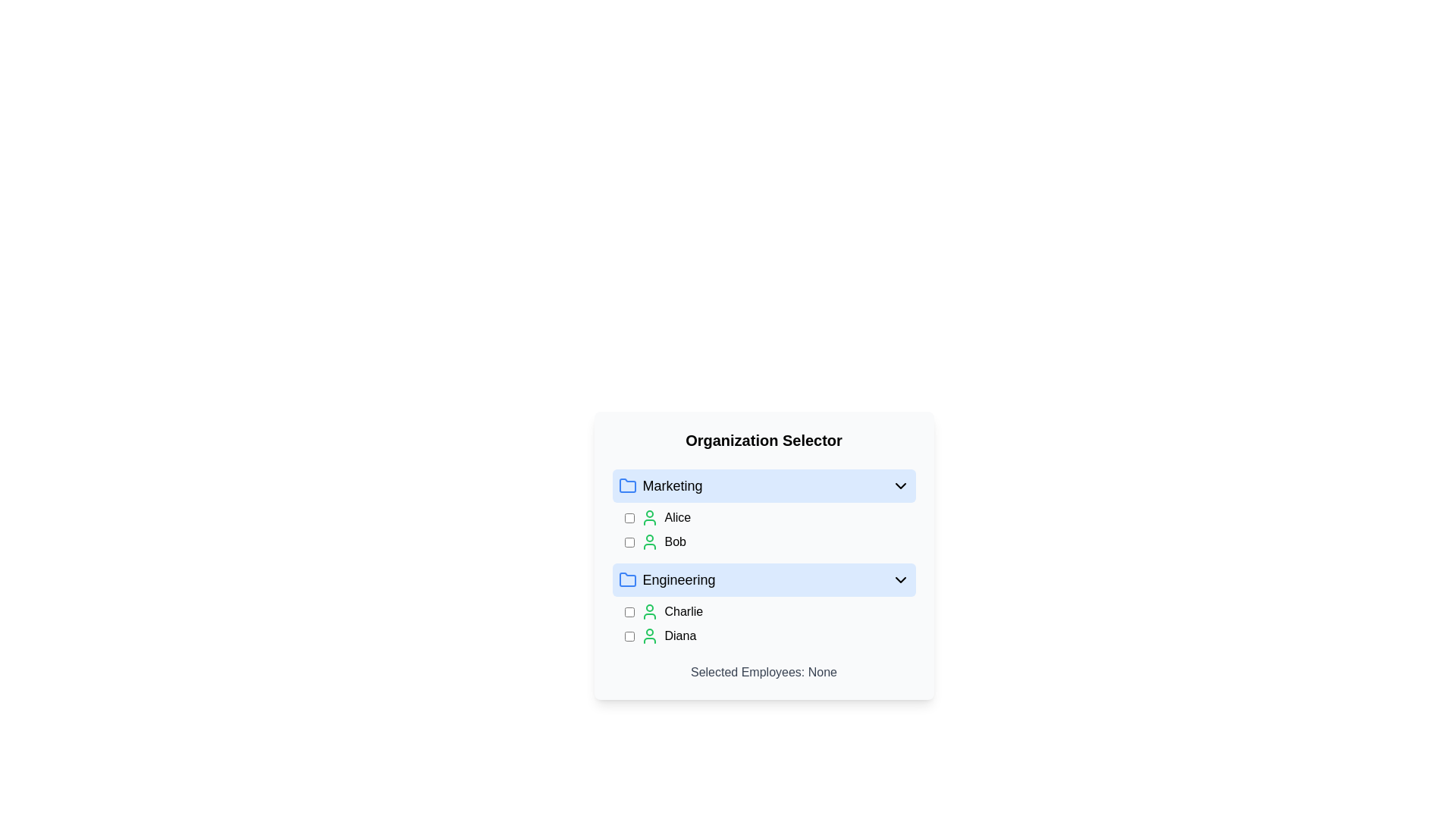  Describe the element at coordinates (649, 516) in the screenshot. I see `the user icon with a green outline and white background representing 'Alice' in the 'Marketing' group of the 'Organization Selector' panel` at that location.